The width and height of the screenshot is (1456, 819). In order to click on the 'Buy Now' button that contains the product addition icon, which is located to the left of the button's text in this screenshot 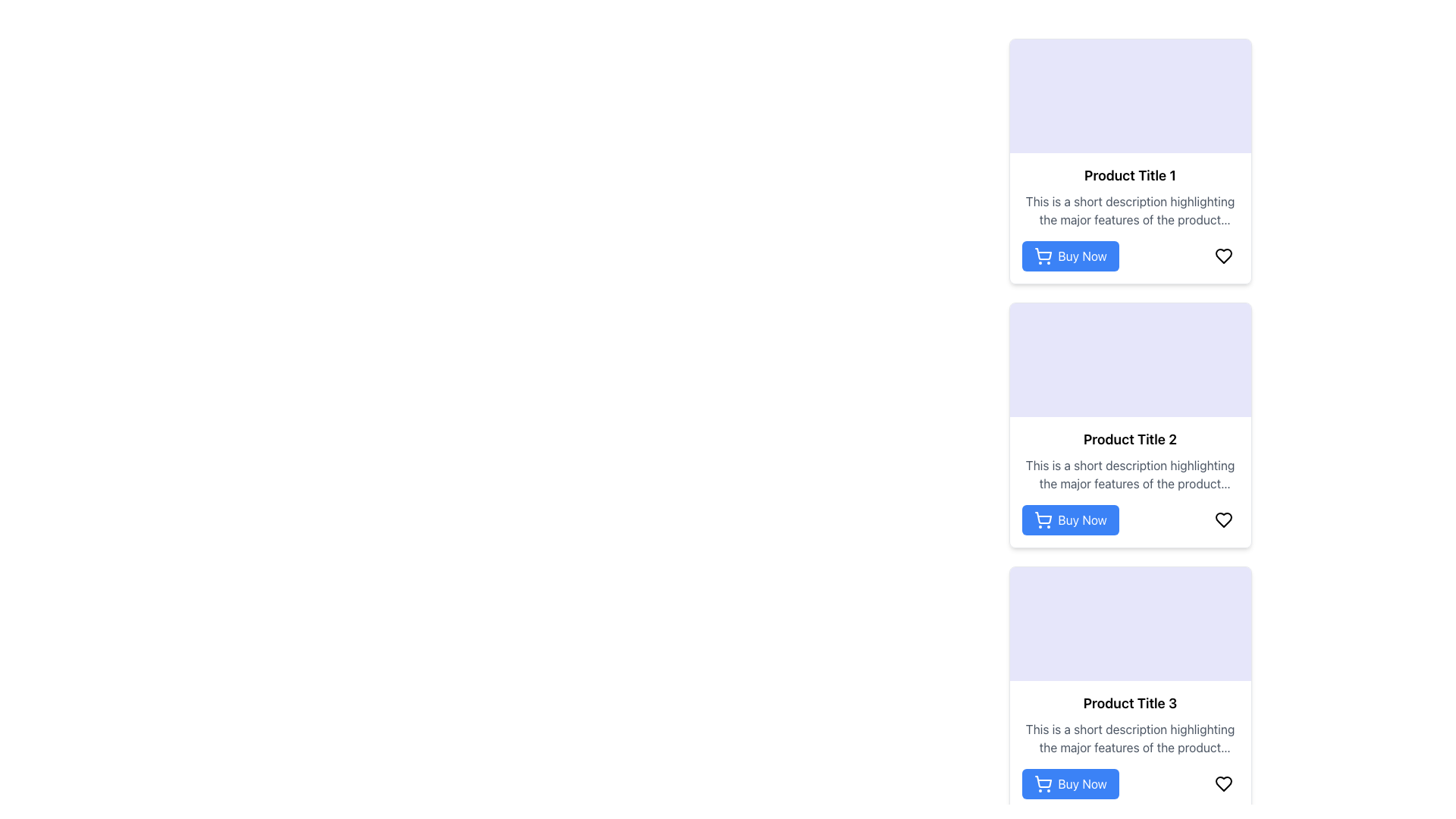, I will do `click(1042, 256)`.